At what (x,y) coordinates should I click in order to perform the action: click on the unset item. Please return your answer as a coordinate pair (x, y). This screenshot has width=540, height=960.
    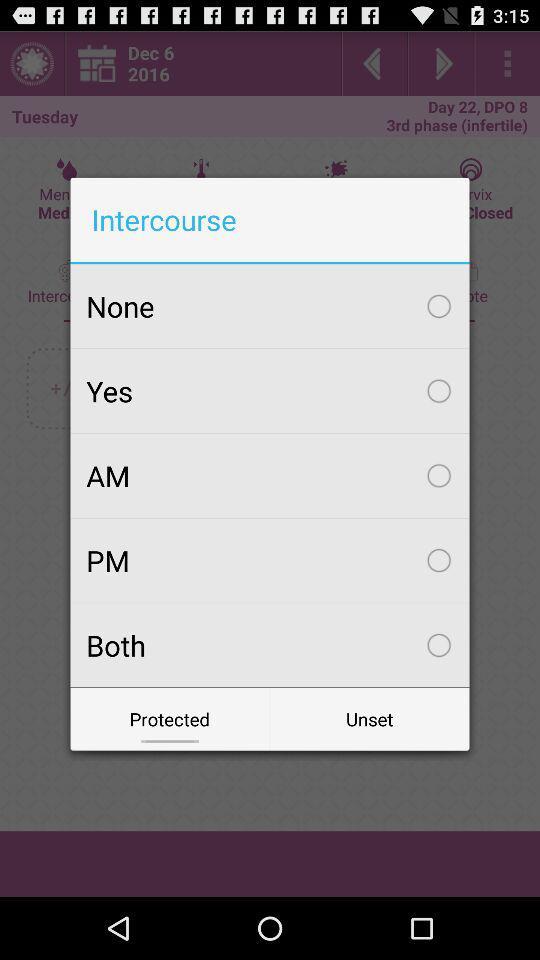
    Looking at the image, I should click on (368, 719).